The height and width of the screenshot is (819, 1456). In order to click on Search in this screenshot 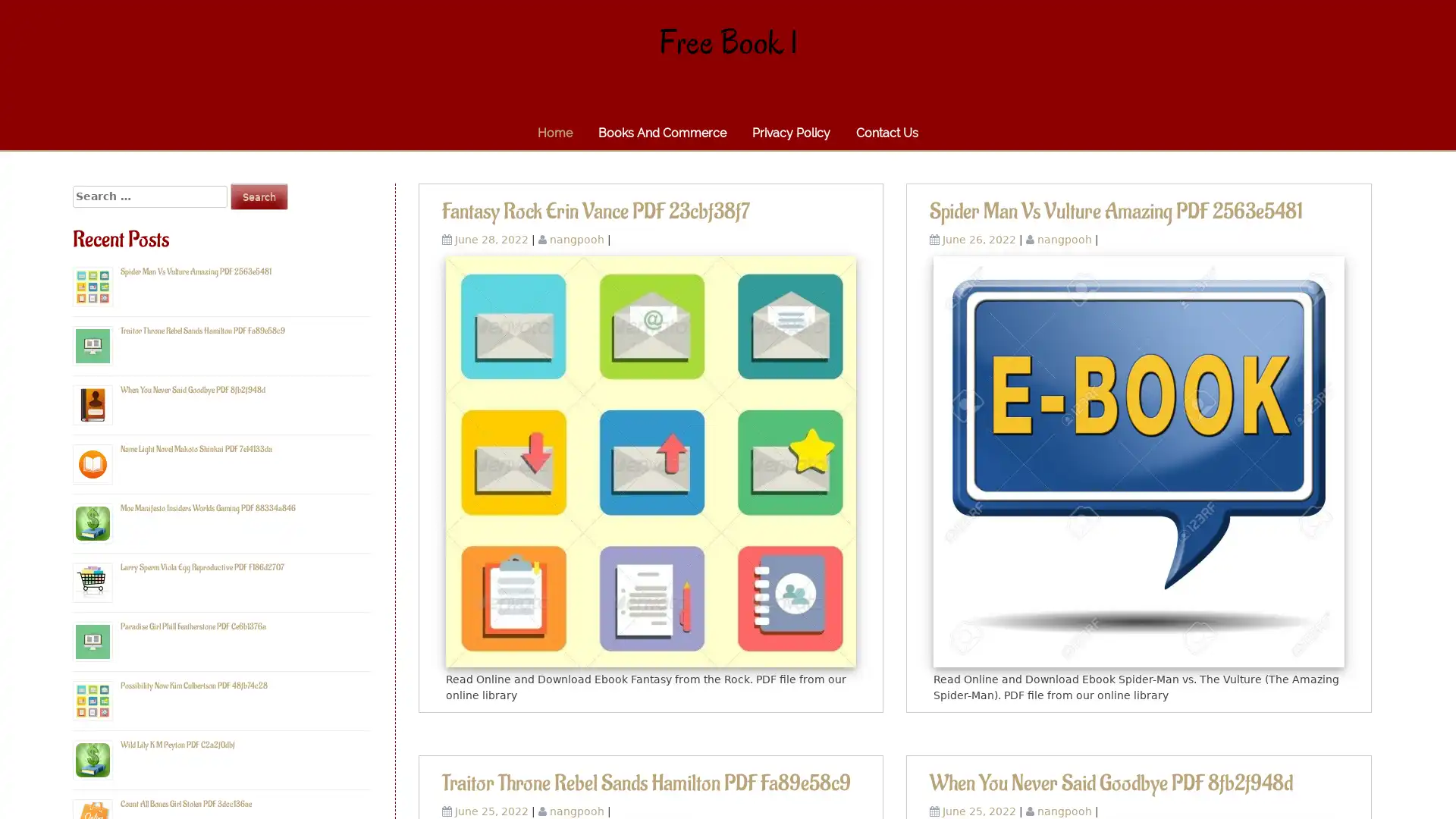, I will do `click(259, 196)`.